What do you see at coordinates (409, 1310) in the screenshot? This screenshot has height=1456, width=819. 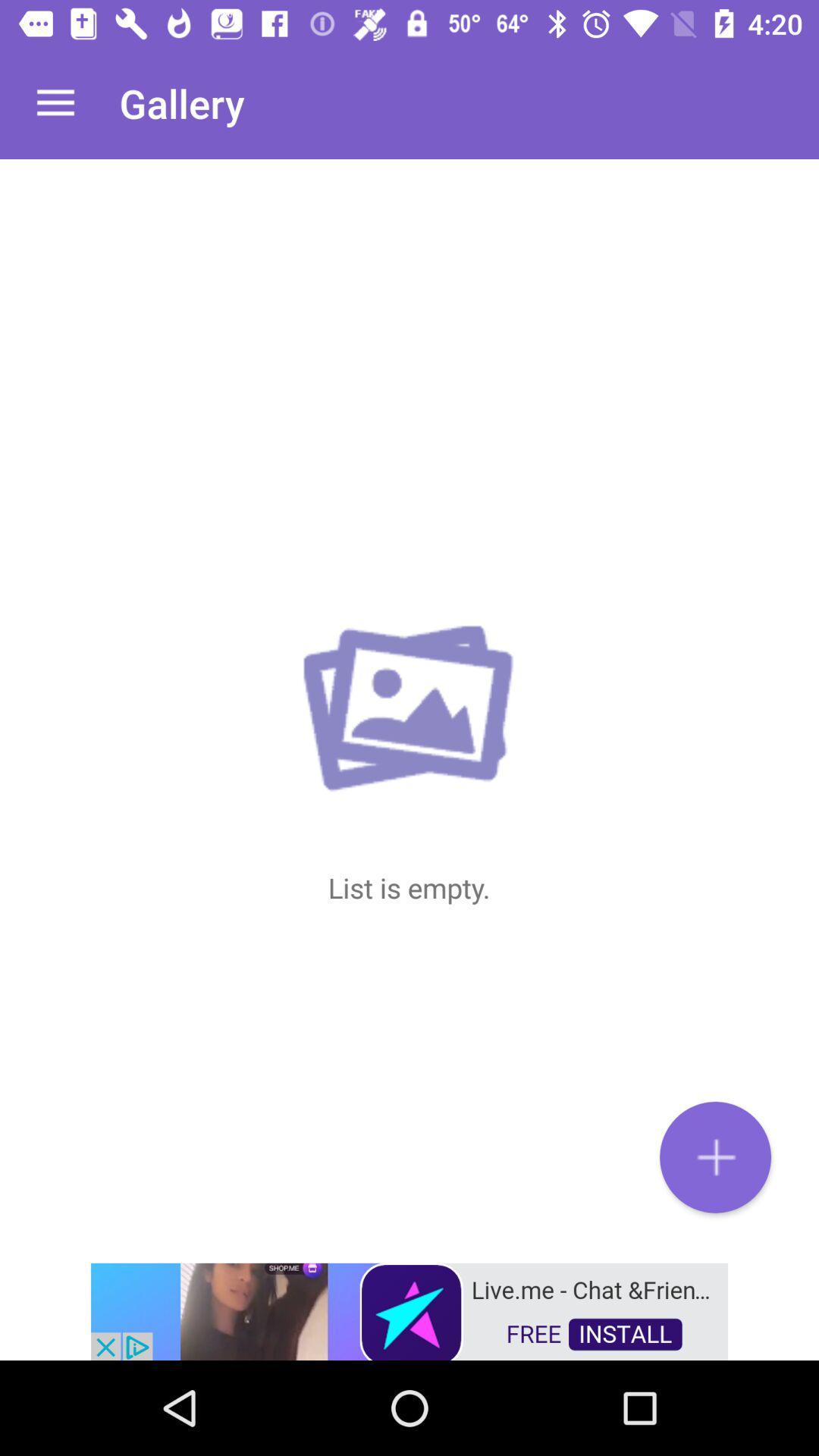 I see `advertisement banner` at bounding box center [409, 1310].